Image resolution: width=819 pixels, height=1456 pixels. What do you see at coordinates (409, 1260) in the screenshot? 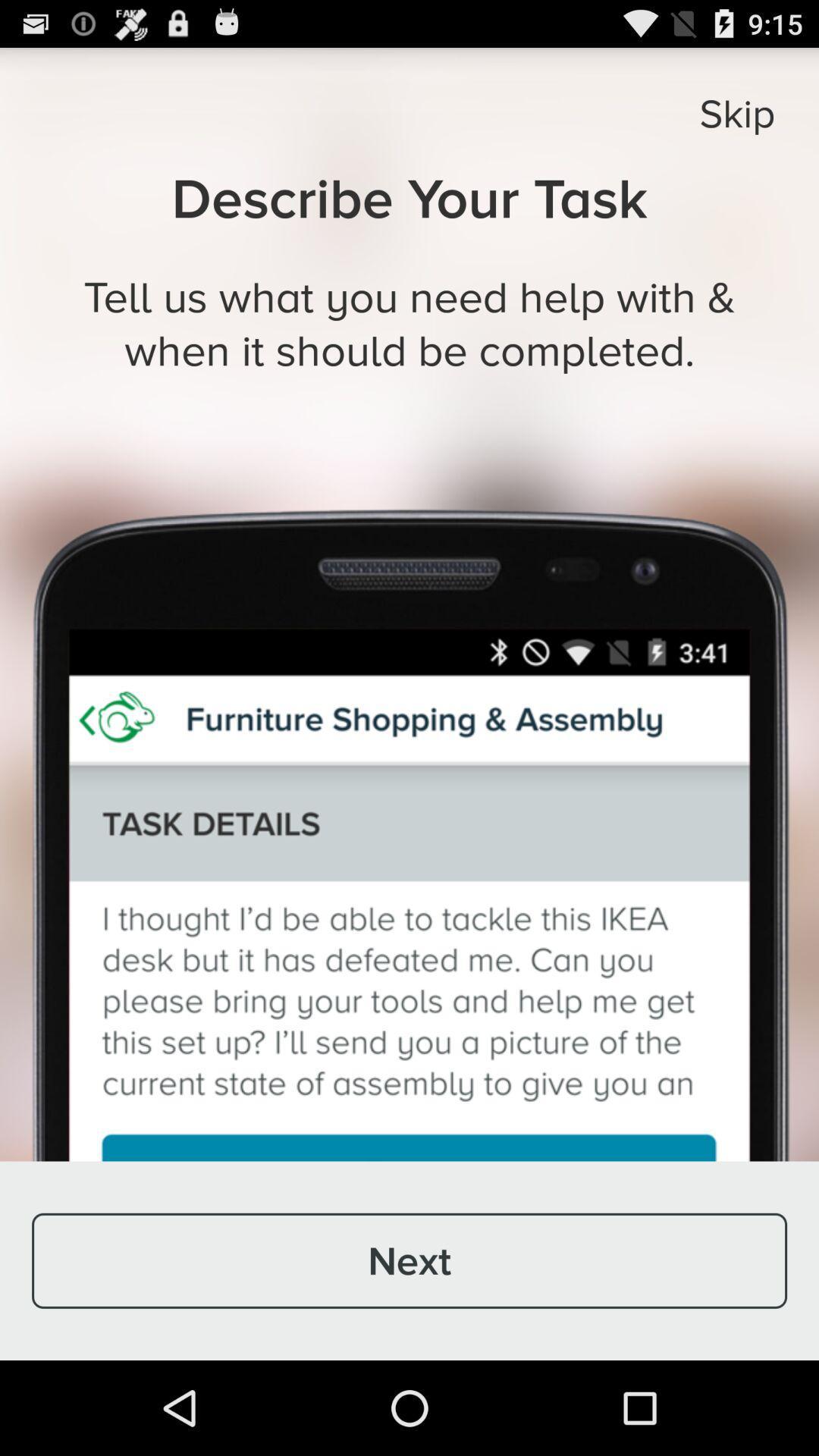
I see `the item at the bottom` at bounding box center [409, 1260].